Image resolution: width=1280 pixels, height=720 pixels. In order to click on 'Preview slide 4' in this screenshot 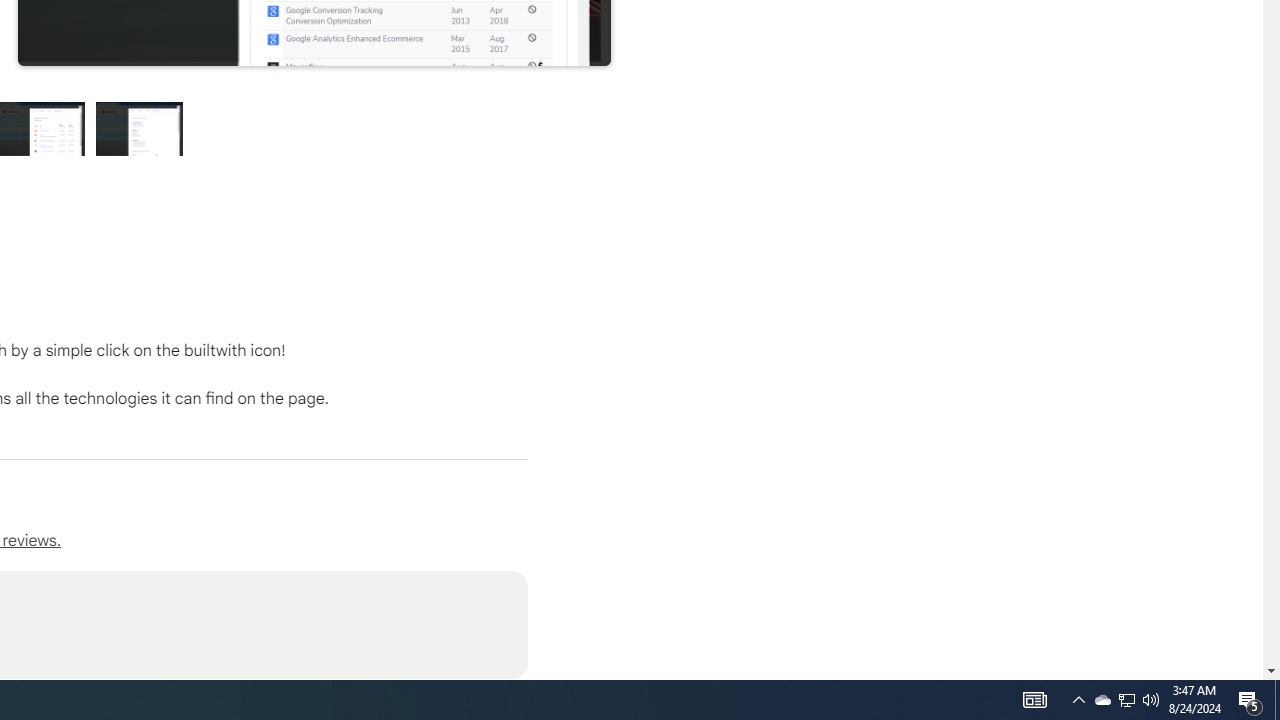, I will do `click(139, 128)`.